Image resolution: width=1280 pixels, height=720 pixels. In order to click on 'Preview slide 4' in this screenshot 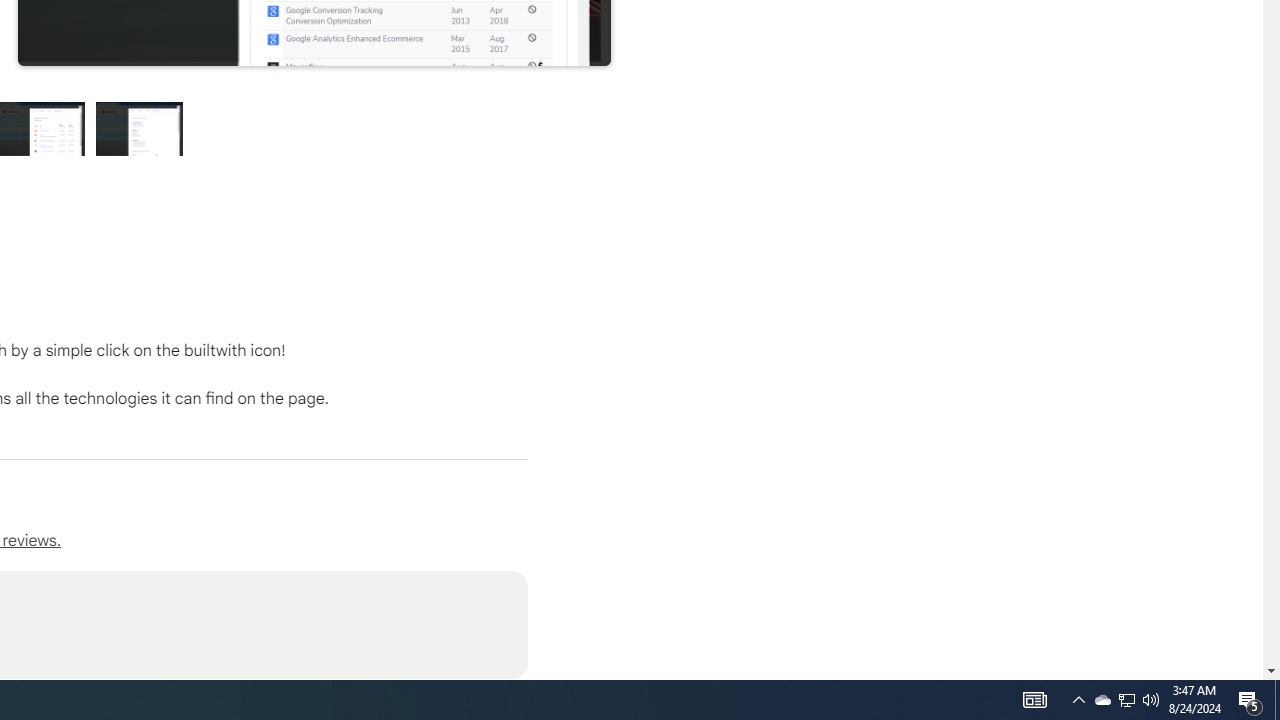, I will do `click(139, 128)`.